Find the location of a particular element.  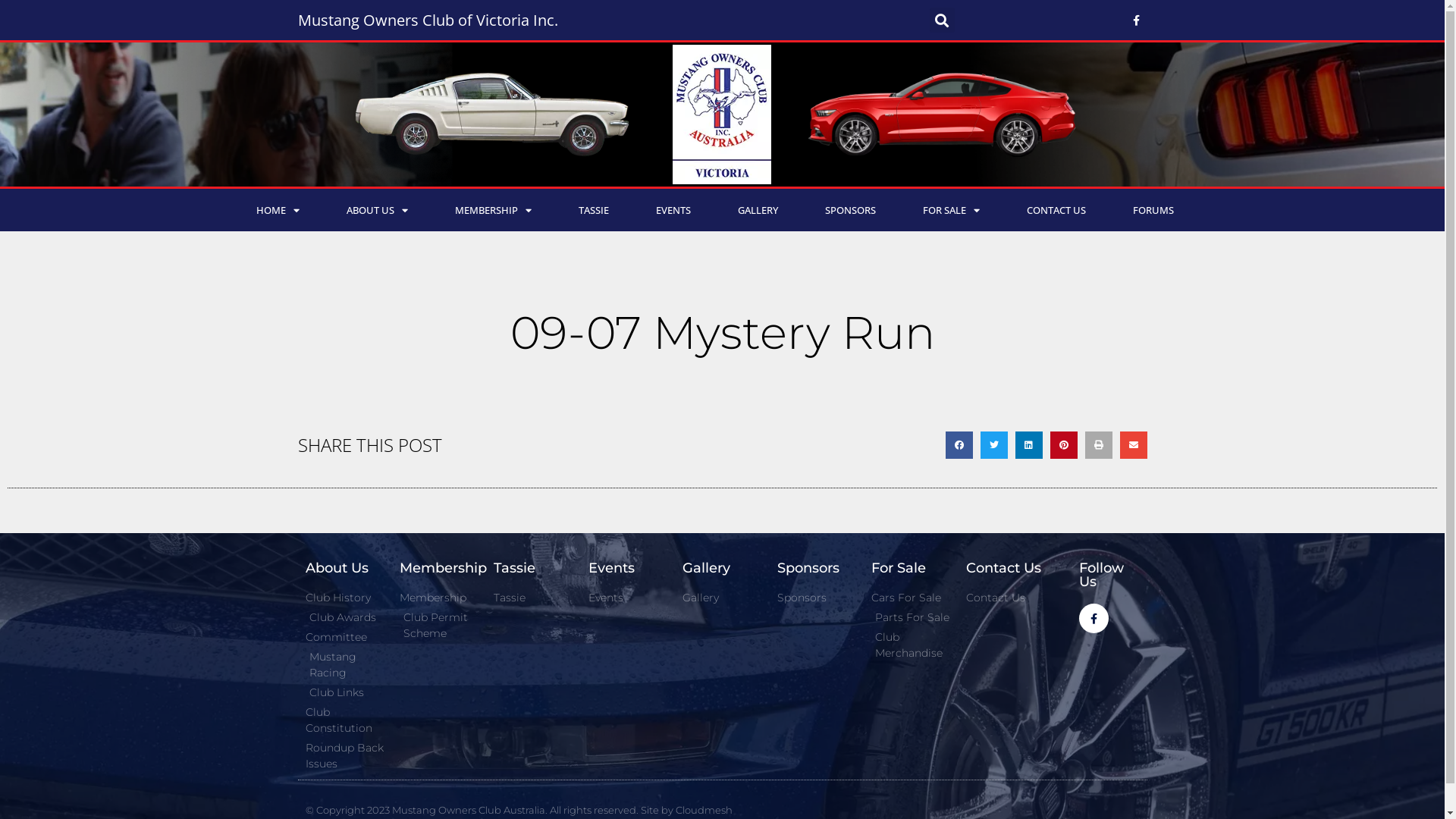

'CONTACT US' is located at coordinates (1002, 210).